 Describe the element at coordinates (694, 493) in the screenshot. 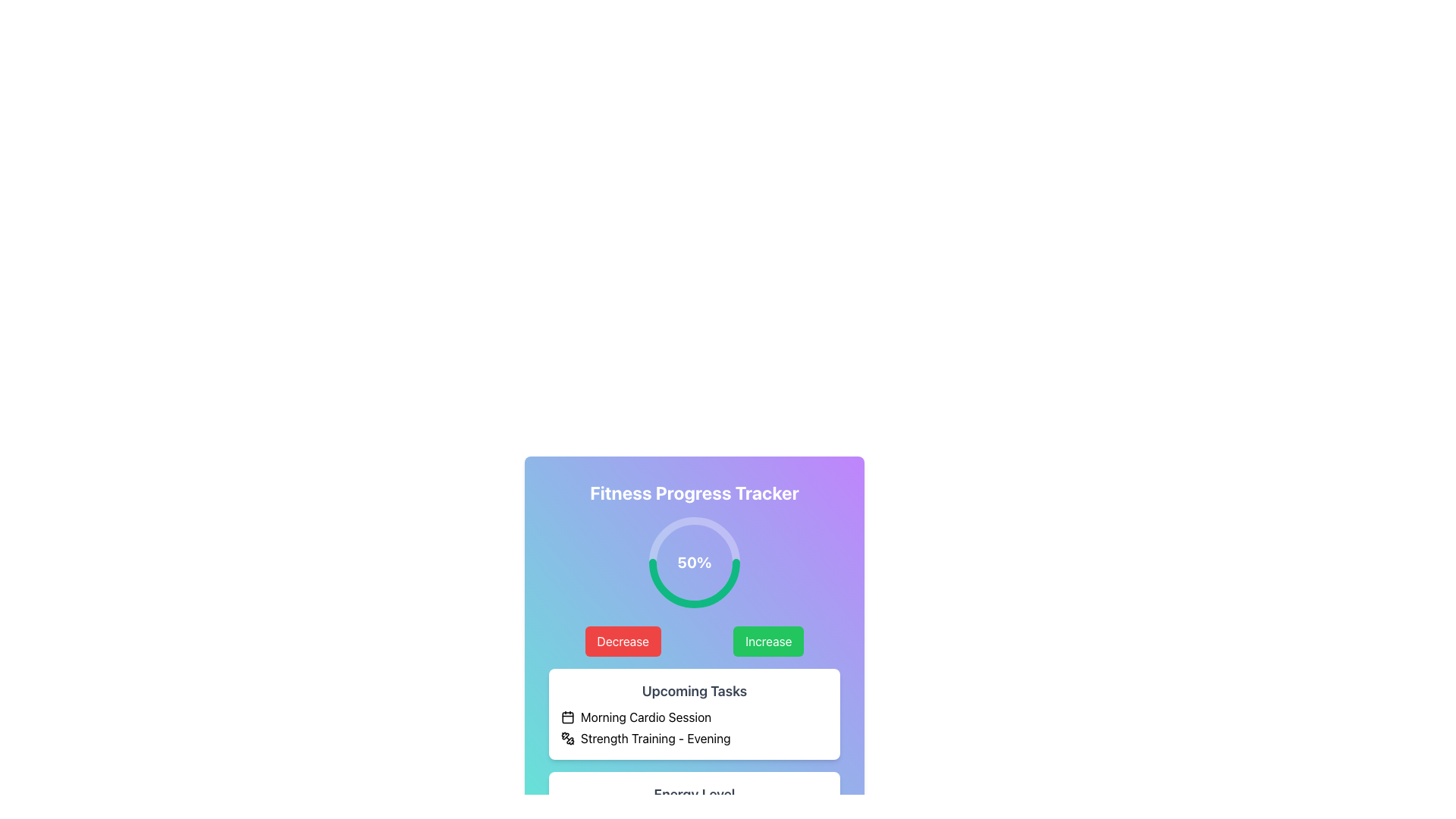

I see `the title text of the fitness progress tracking card, which is located at the top of the card and indicates the main subject of the interface` at that location.